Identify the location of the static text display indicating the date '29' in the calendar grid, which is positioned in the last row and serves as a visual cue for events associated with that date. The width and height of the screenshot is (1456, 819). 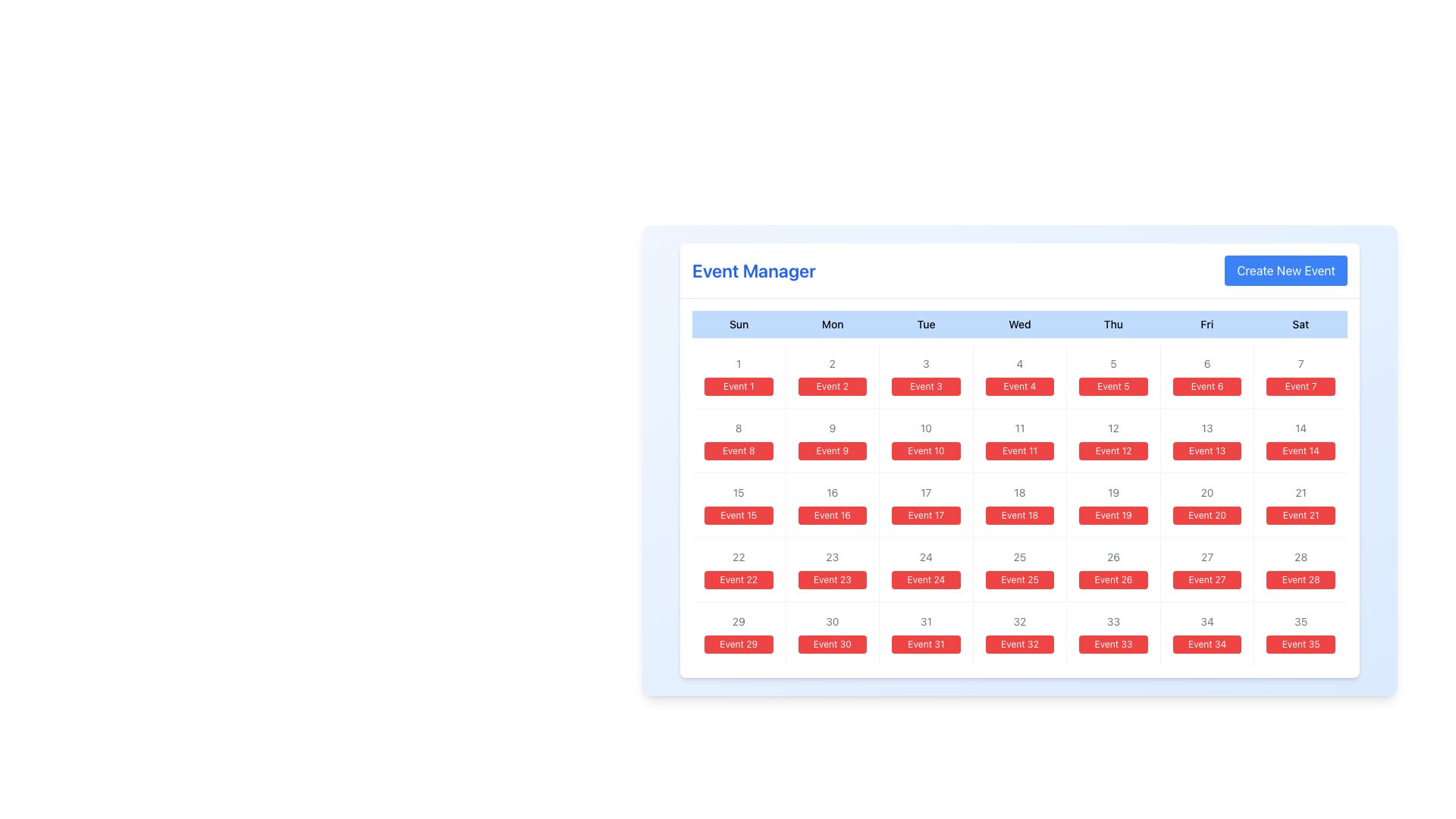
(739, 622).